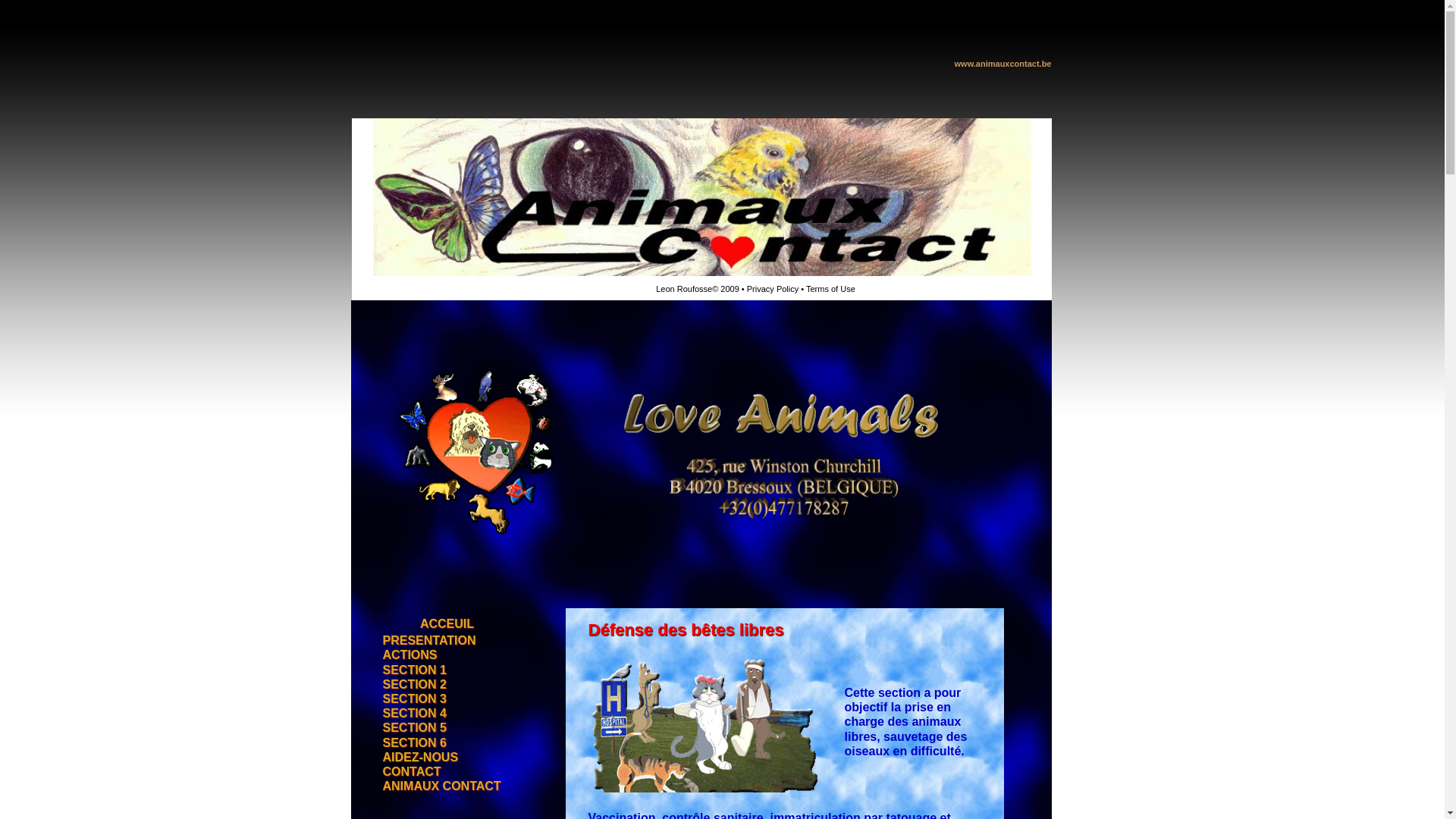 Image resolution: width=1456 pixels, height=819 pixels. I want to click on 'www.animauxcontact.be', so click(1003, 62).